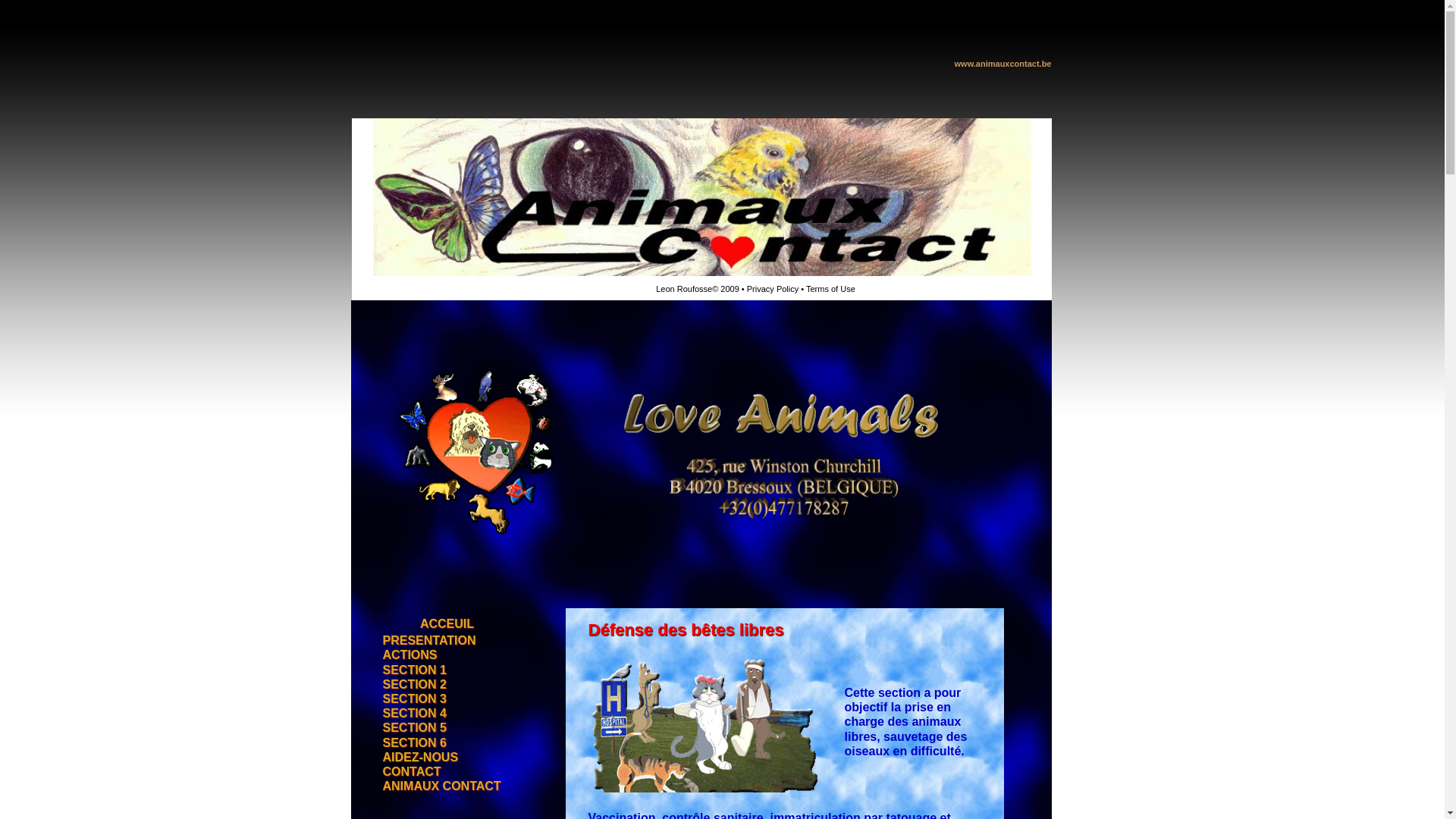 Image resolution: width=1456 pixels, height=819 pixels. I want to click on 'www.animauxcontact.be', so click(1003, 62).